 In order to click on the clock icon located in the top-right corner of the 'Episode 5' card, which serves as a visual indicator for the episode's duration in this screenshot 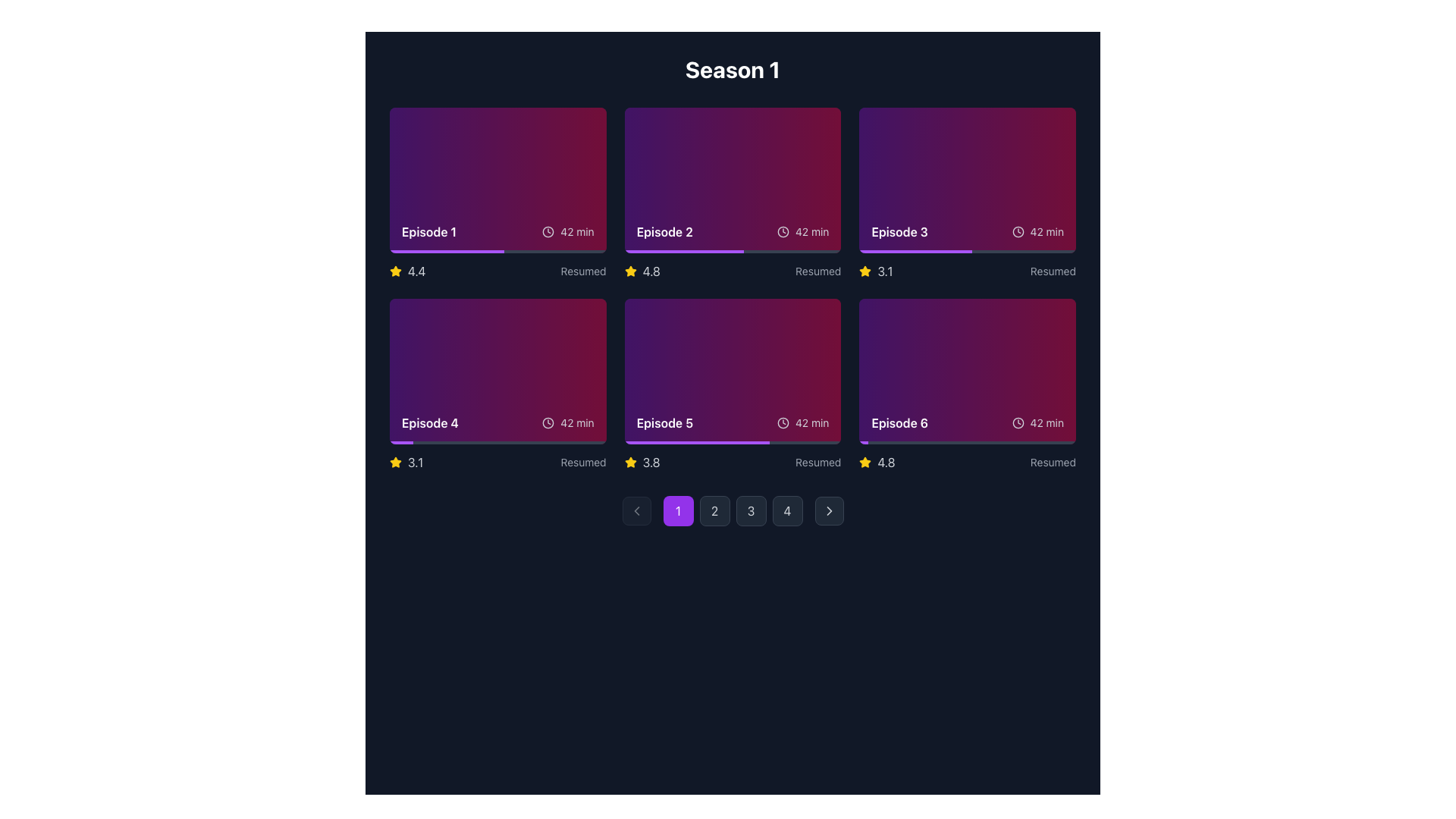, I will do `click(783, 423)`.